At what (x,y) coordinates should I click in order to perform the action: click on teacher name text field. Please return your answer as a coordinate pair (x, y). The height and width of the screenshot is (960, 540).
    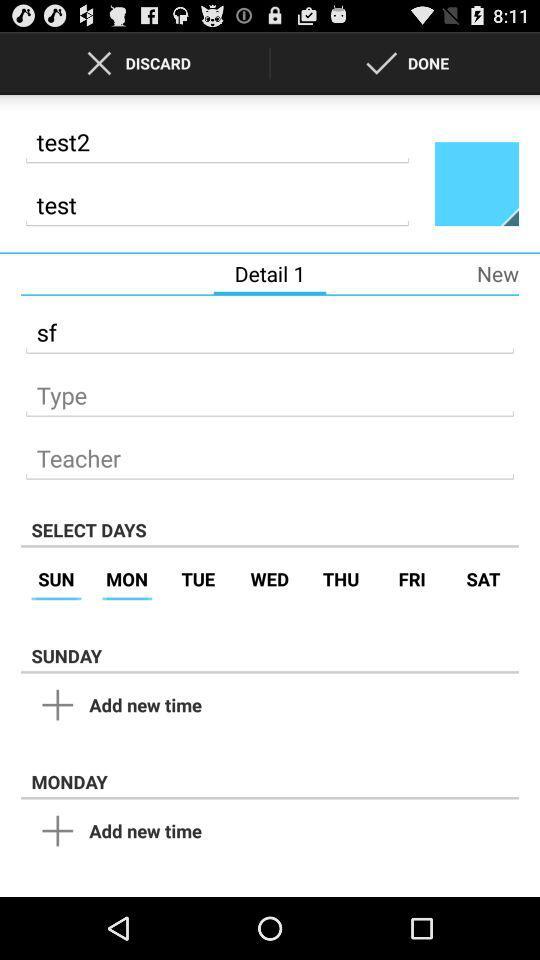
    Looking at the image, I should click on (270, 453).